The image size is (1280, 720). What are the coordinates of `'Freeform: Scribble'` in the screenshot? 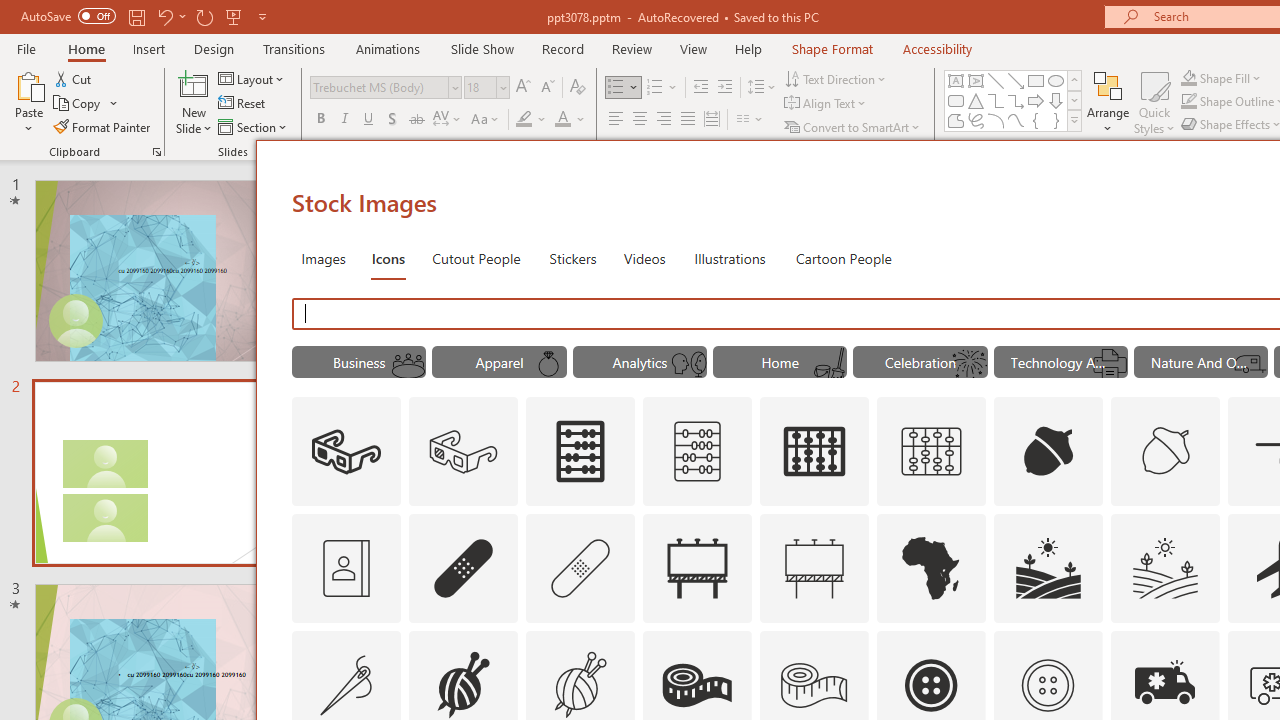 It's located at (976, 120).